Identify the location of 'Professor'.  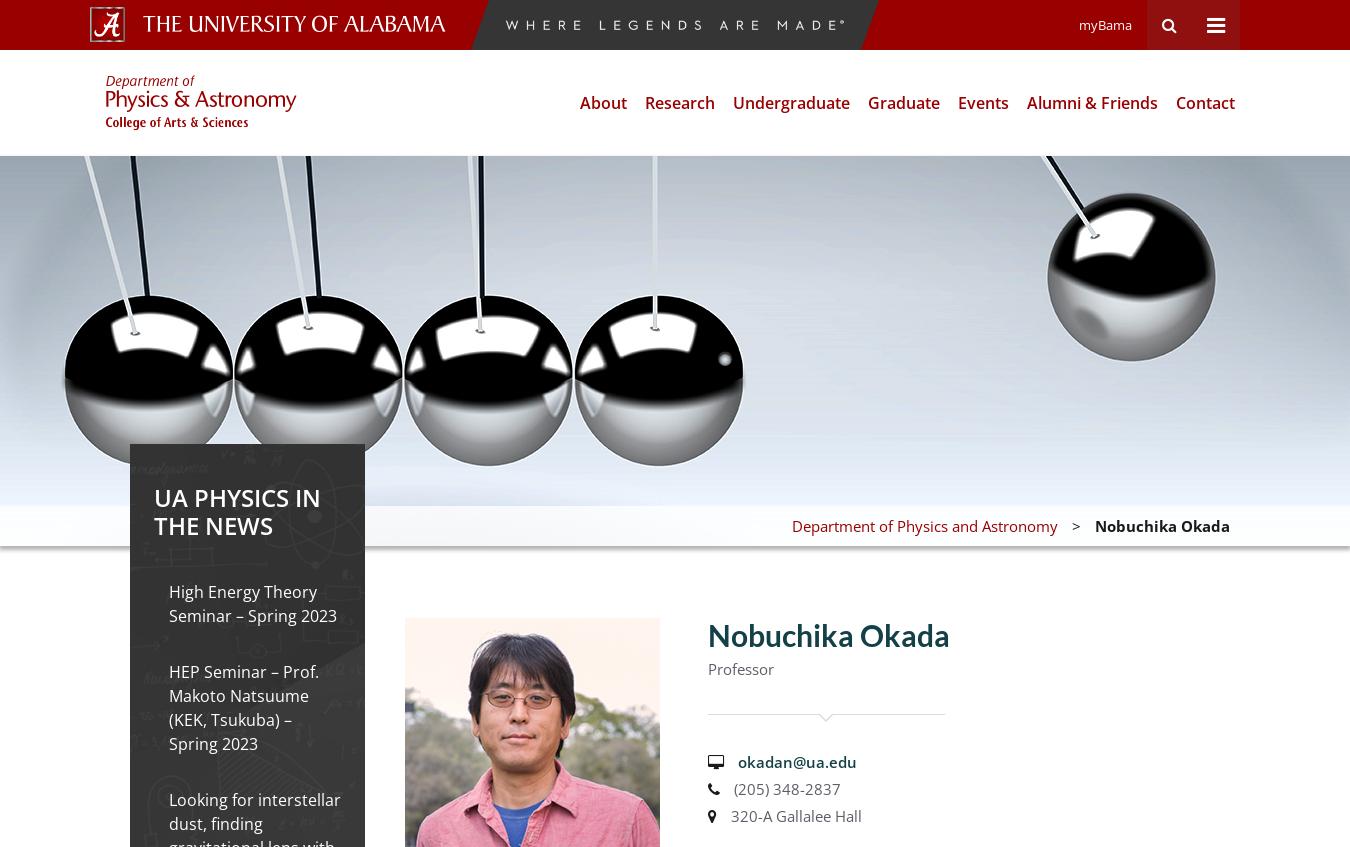
(738, 668).